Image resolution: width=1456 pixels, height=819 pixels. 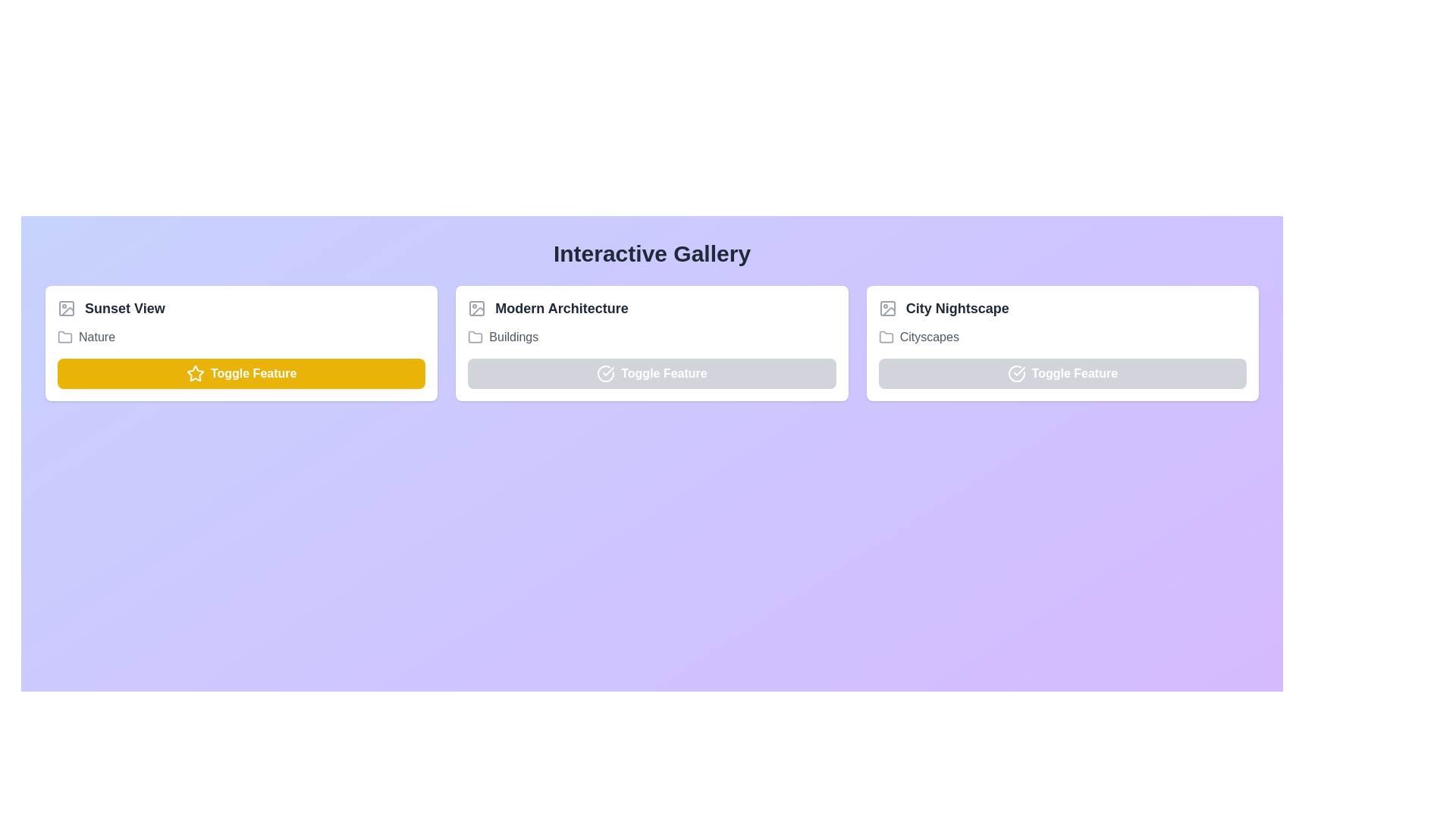 I want to click on the 'Cityscapes' label, which is styled in gray and features a folder icon to its left, located in the 'City Nightscape' section between the main title and the 'Toggle Feature' button, so click(x=1062, y=336).